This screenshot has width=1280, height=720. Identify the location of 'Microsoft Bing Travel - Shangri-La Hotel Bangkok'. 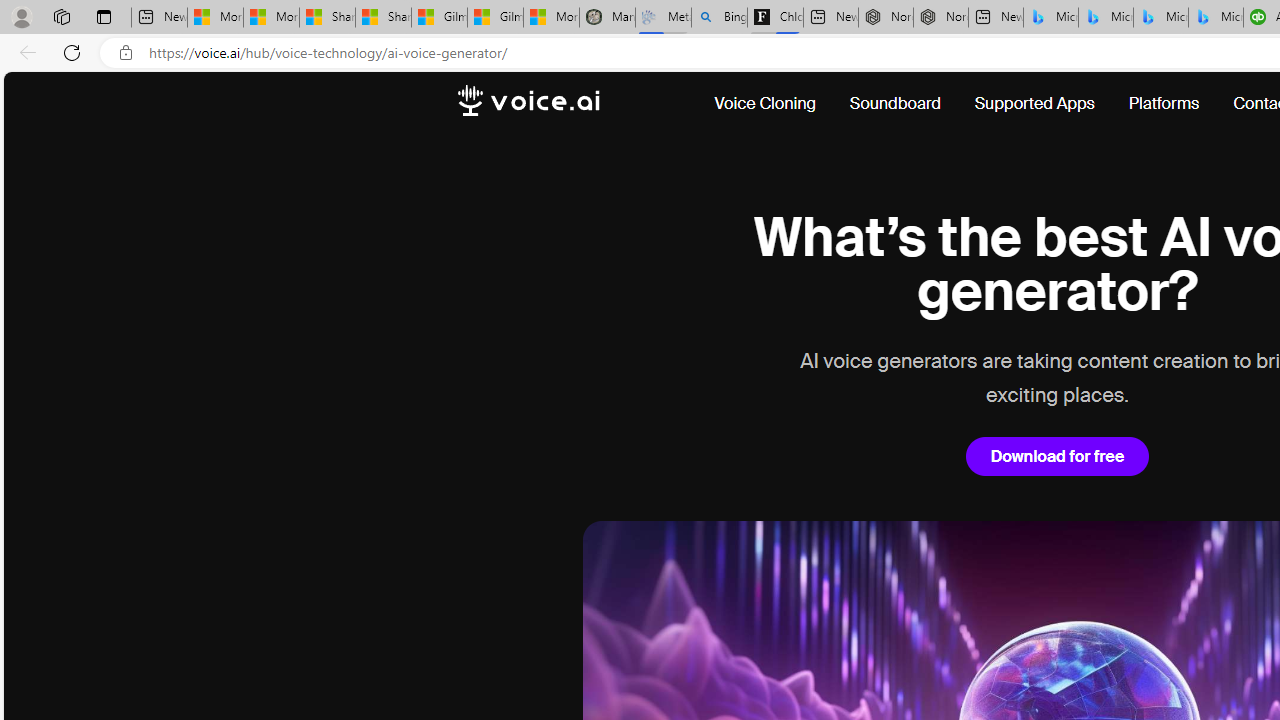
(1215, 17).